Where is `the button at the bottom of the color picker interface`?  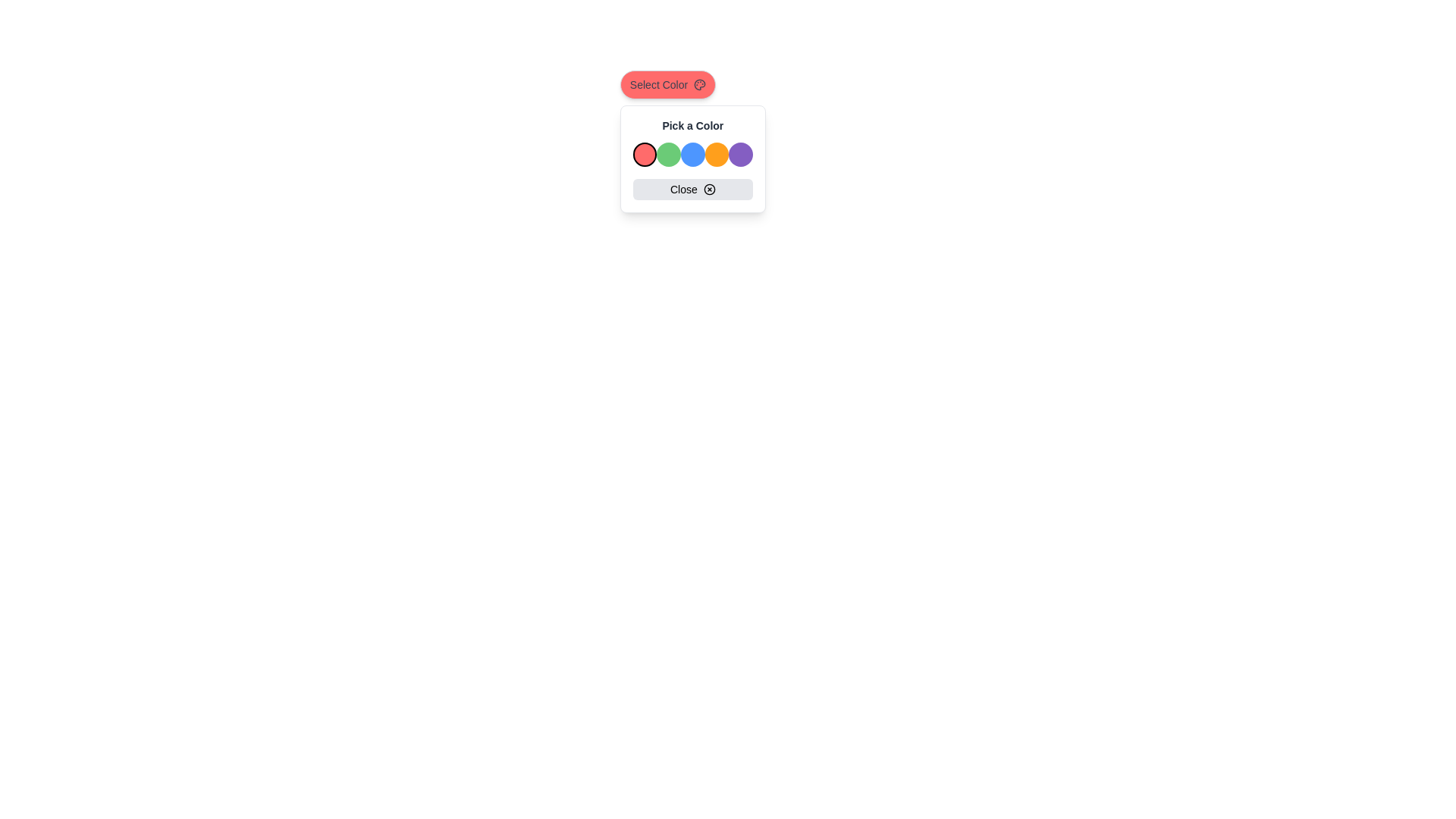 the button at the bottom of the color picker interface is located at coordinates (692, 189).